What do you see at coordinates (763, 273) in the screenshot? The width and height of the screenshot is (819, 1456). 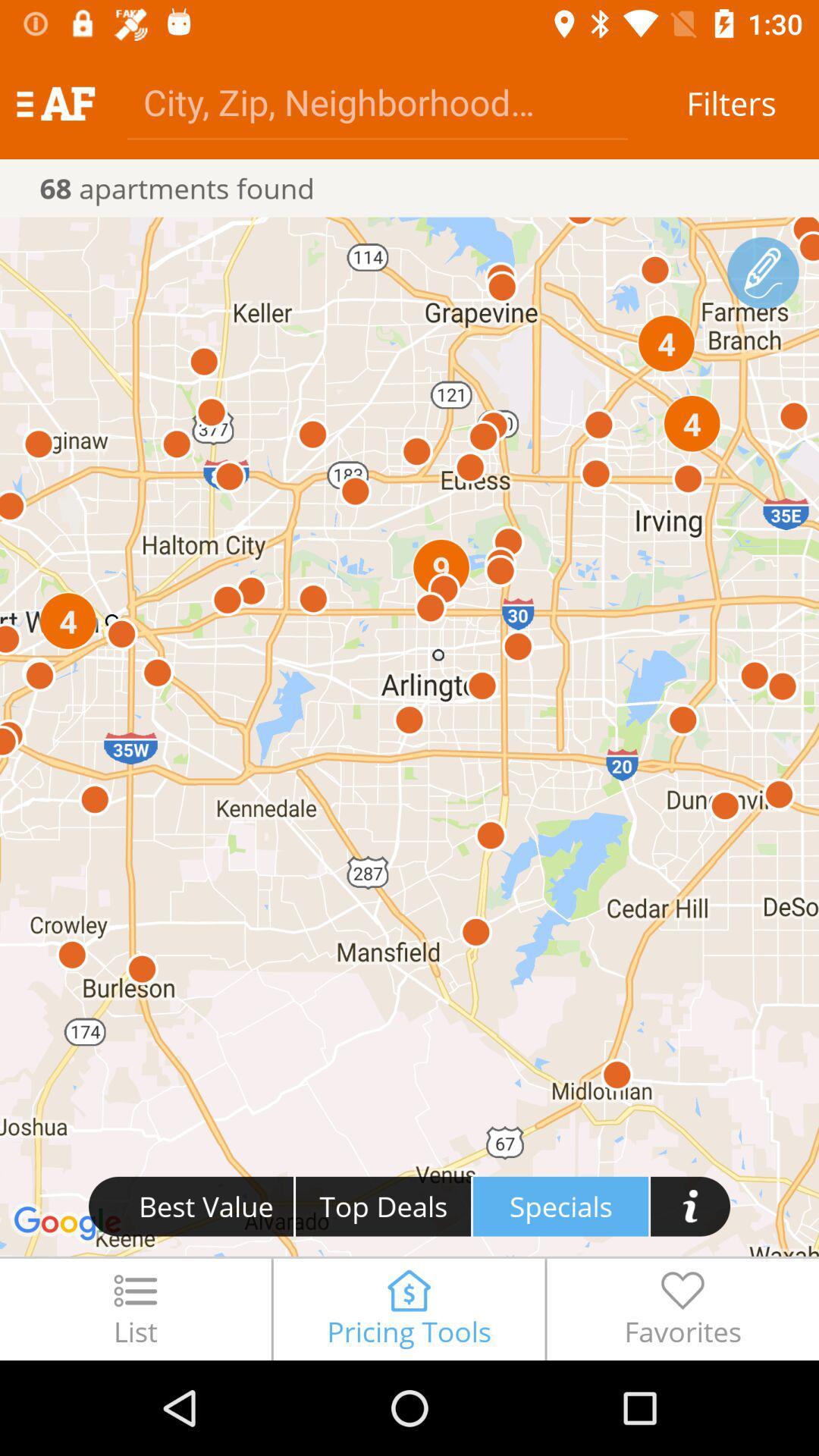 I see `edit map area` at bounding box center [763, 273].